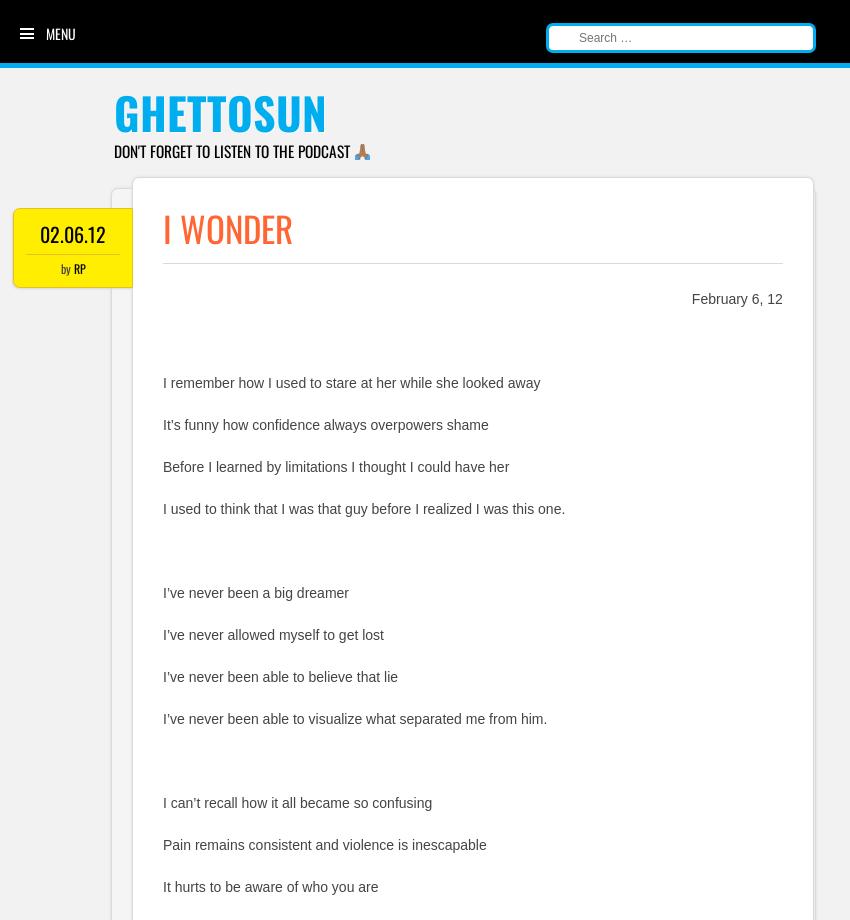  I want to click on 'Pain remains consistent and violence is inescapable', so click(324, 844).